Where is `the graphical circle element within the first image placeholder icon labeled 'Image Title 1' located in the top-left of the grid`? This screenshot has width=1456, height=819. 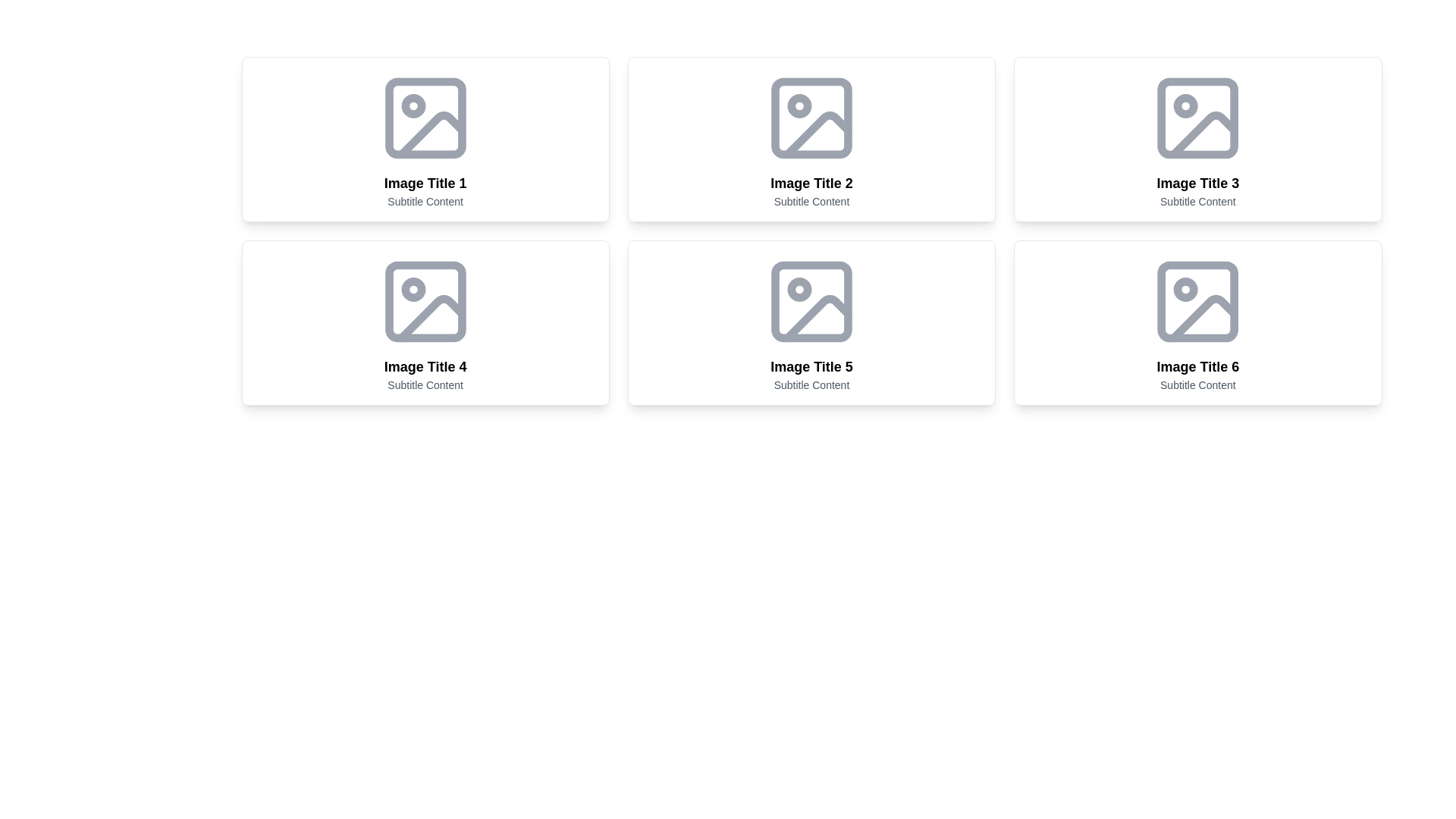 the graphical circle element within the first image placeholder icon labeled 'Image Title 1' located in the top-left of the grid is located at coordinates (413, 105).